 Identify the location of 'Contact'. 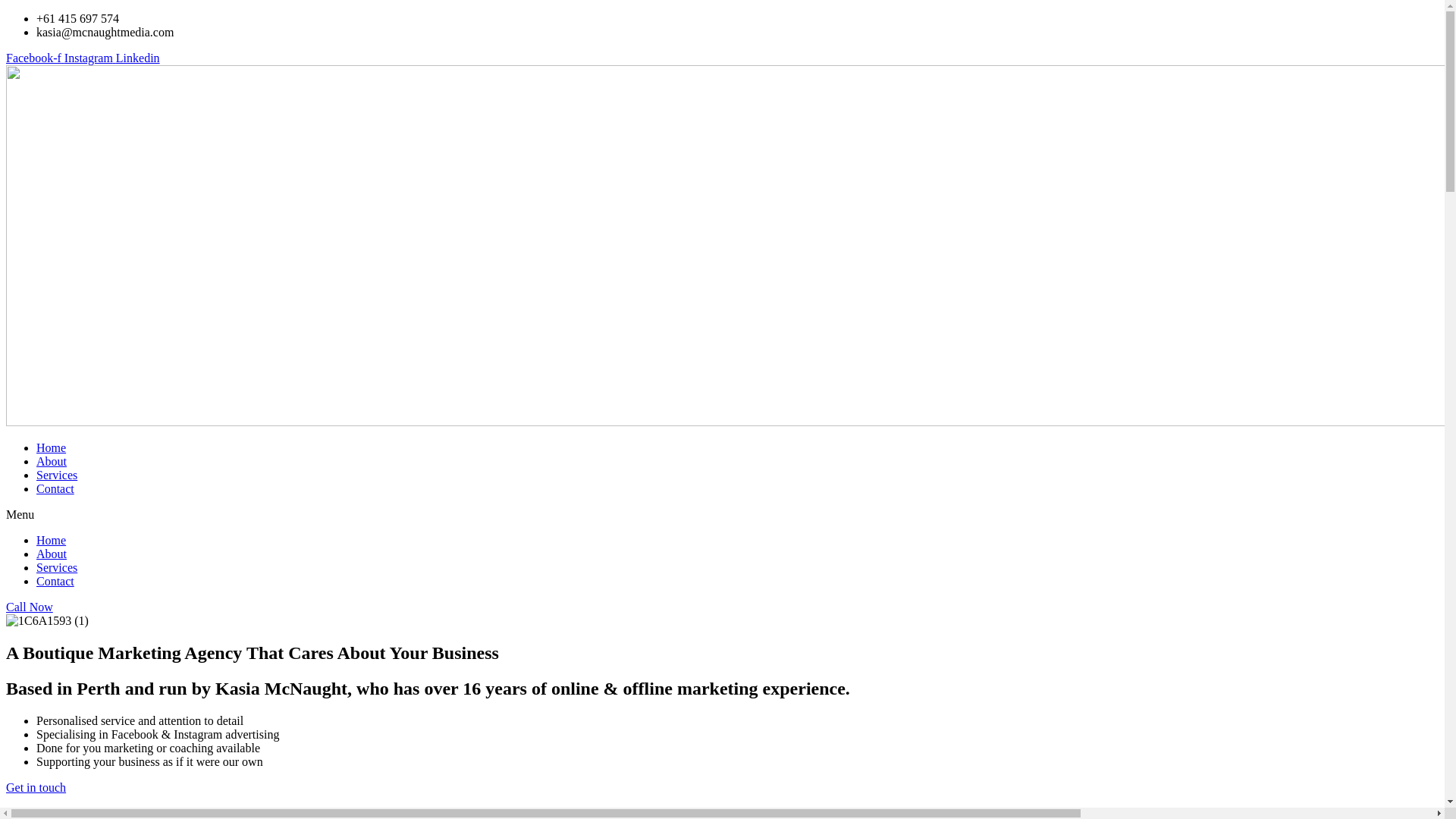
(55, 488).